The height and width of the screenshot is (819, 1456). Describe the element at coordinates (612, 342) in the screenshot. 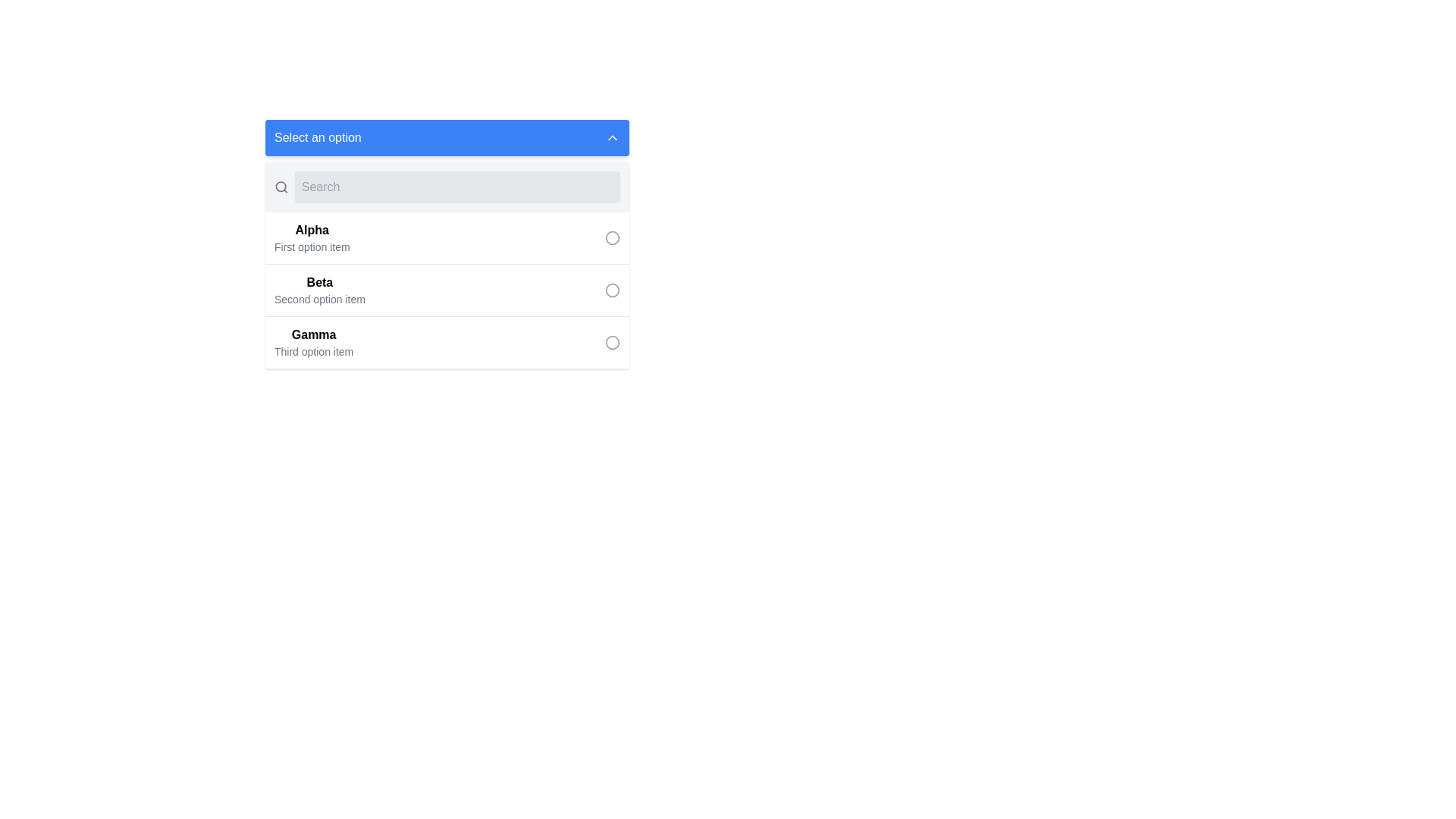

I see `the round, hollow gray circle icon located at the far-right side of the 'Gamma' option in the dropdown menu` at that location.